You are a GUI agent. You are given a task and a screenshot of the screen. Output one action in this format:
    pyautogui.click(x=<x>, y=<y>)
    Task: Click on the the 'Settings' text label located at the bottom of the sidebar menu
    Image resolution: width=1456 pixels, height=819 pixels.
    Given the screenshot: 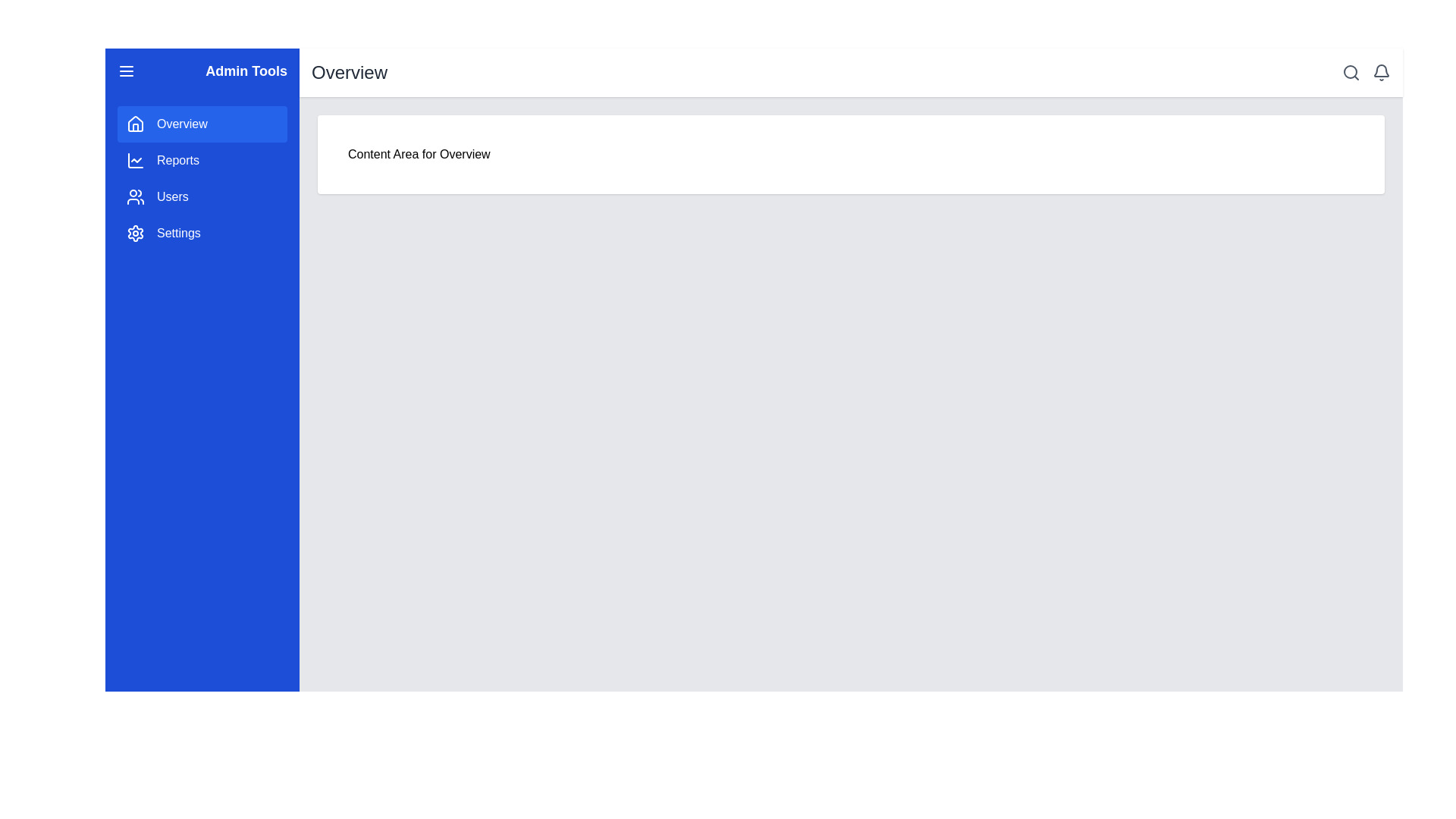 What is the action you would take?
    pyautogui.click(x=178, y=234)
    